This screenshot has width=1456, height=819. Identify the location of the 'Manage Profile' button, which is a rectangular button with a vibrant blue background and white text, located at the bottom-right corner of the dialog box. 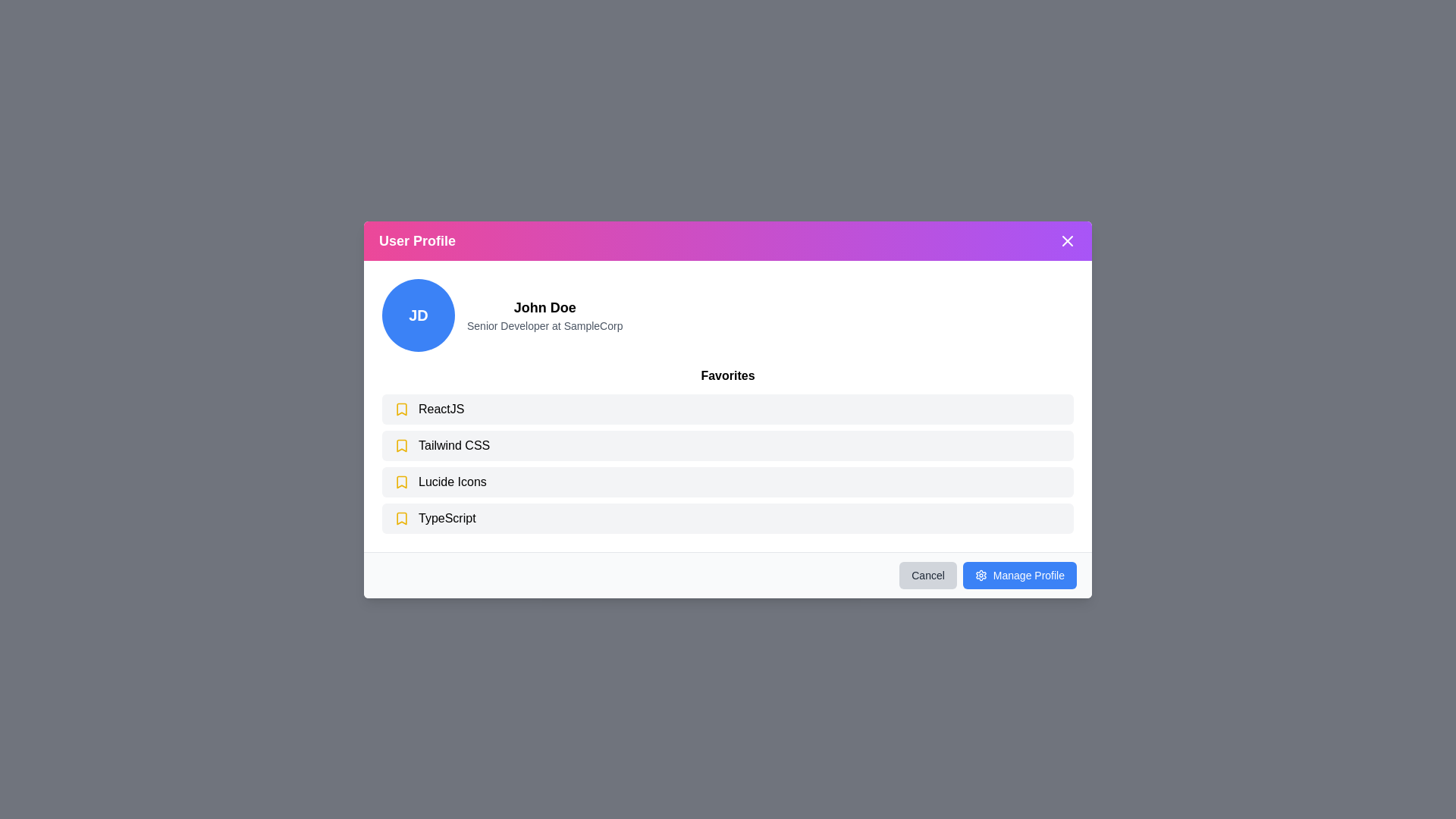
(1019, 575).